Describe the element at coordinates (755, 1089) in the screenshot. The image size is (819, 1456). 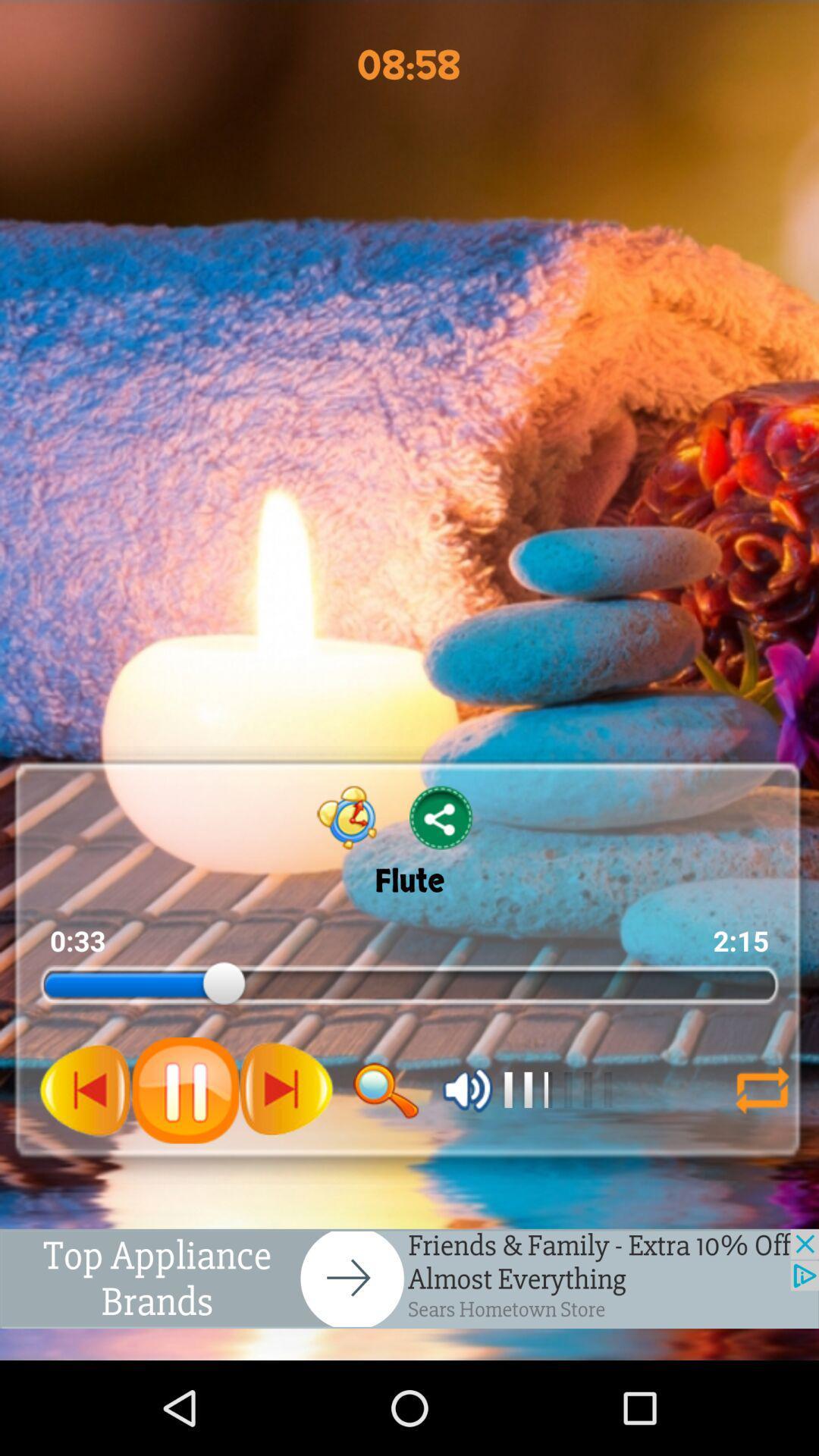
I see `arrow` at that location.